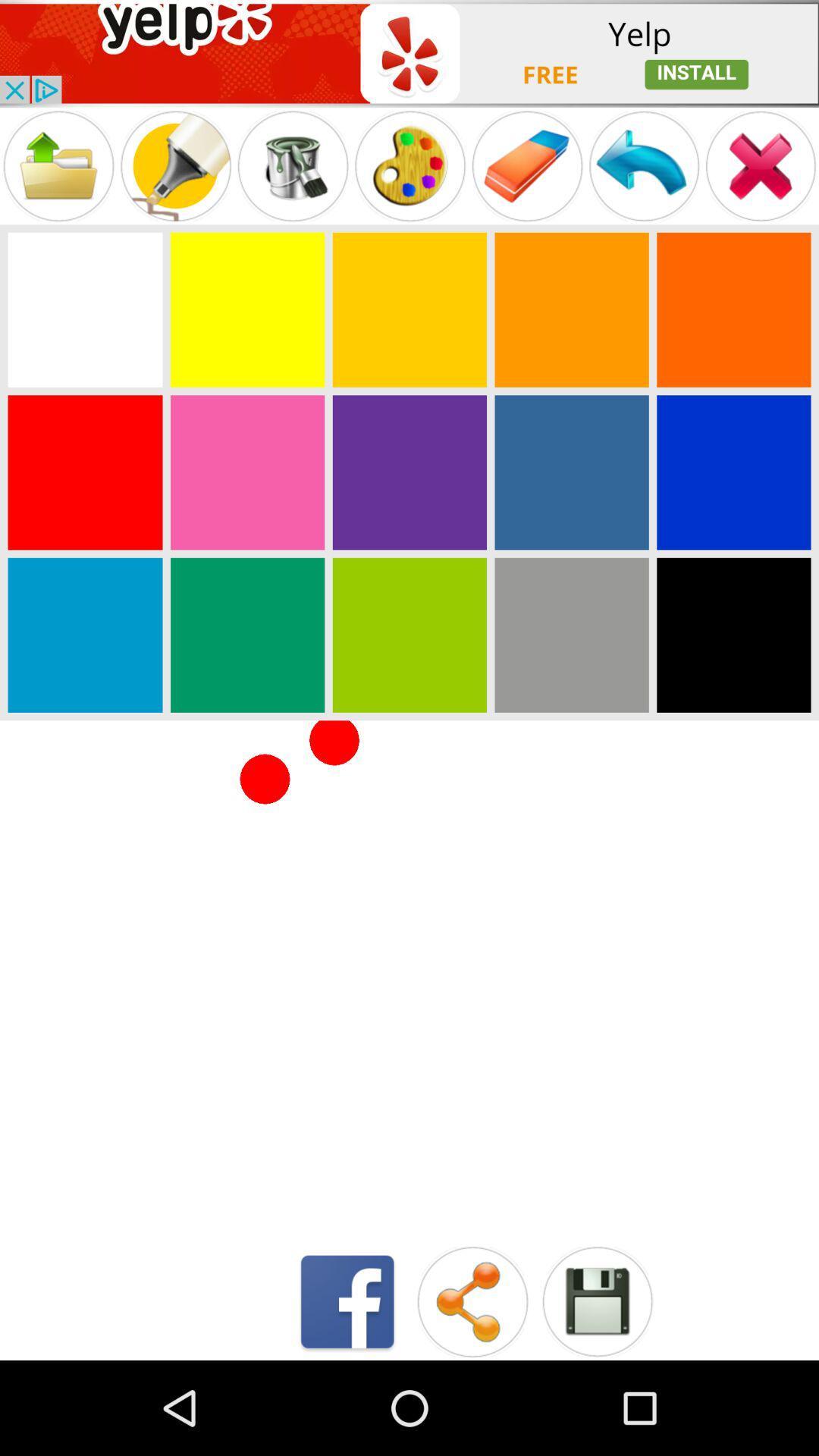 Image resolution: width=819 pixels, height=1456 pixels. What do you see at coordinates (572, 635) in the screenshot?
I see `grey` at bounding box center [572, 635].